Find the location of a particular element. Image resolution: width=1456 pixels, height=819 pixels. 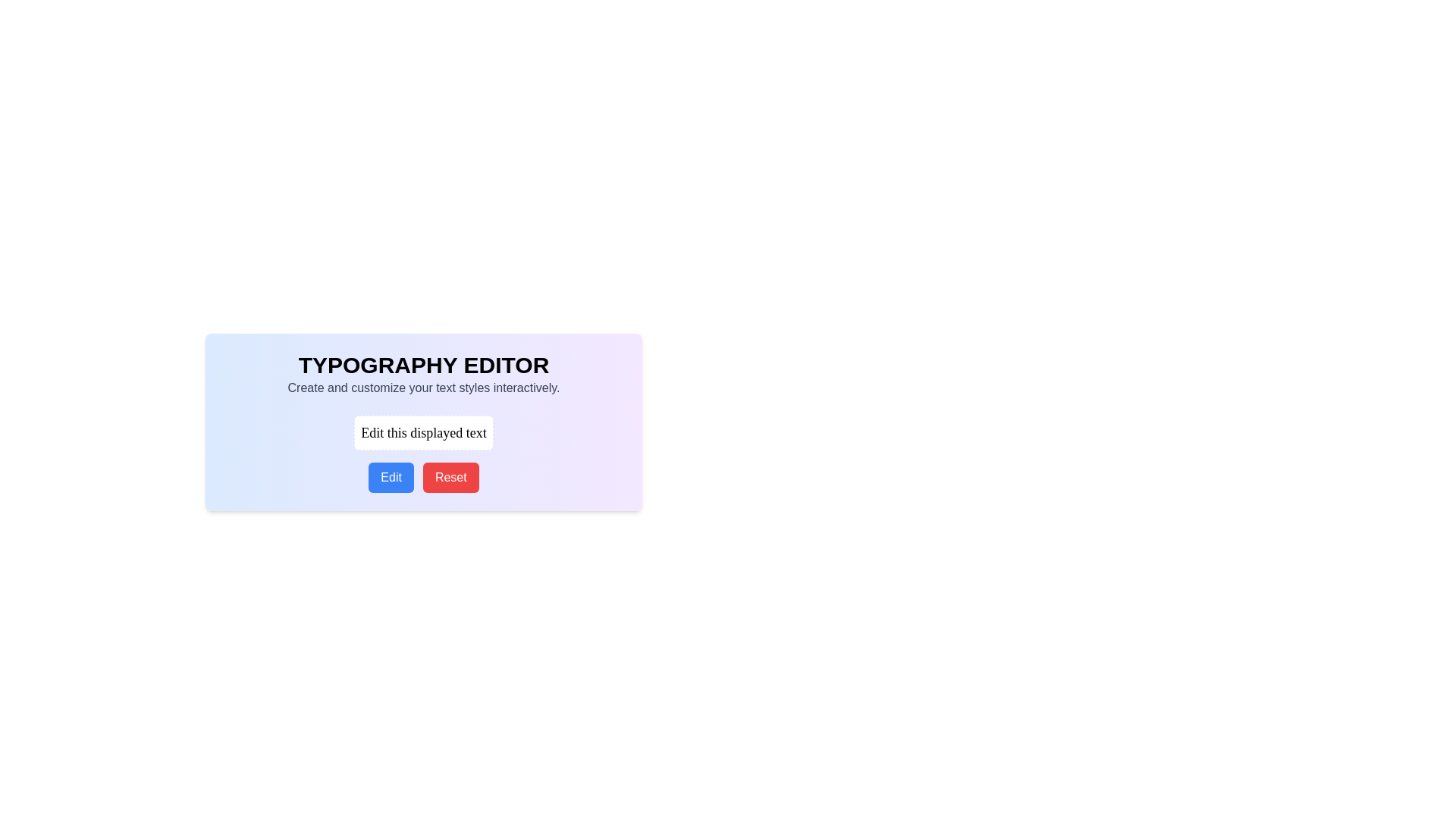

the 'Reset' button in the control group for editing and resetting actions using keyboard navigation is located at coordinates (423, 476).